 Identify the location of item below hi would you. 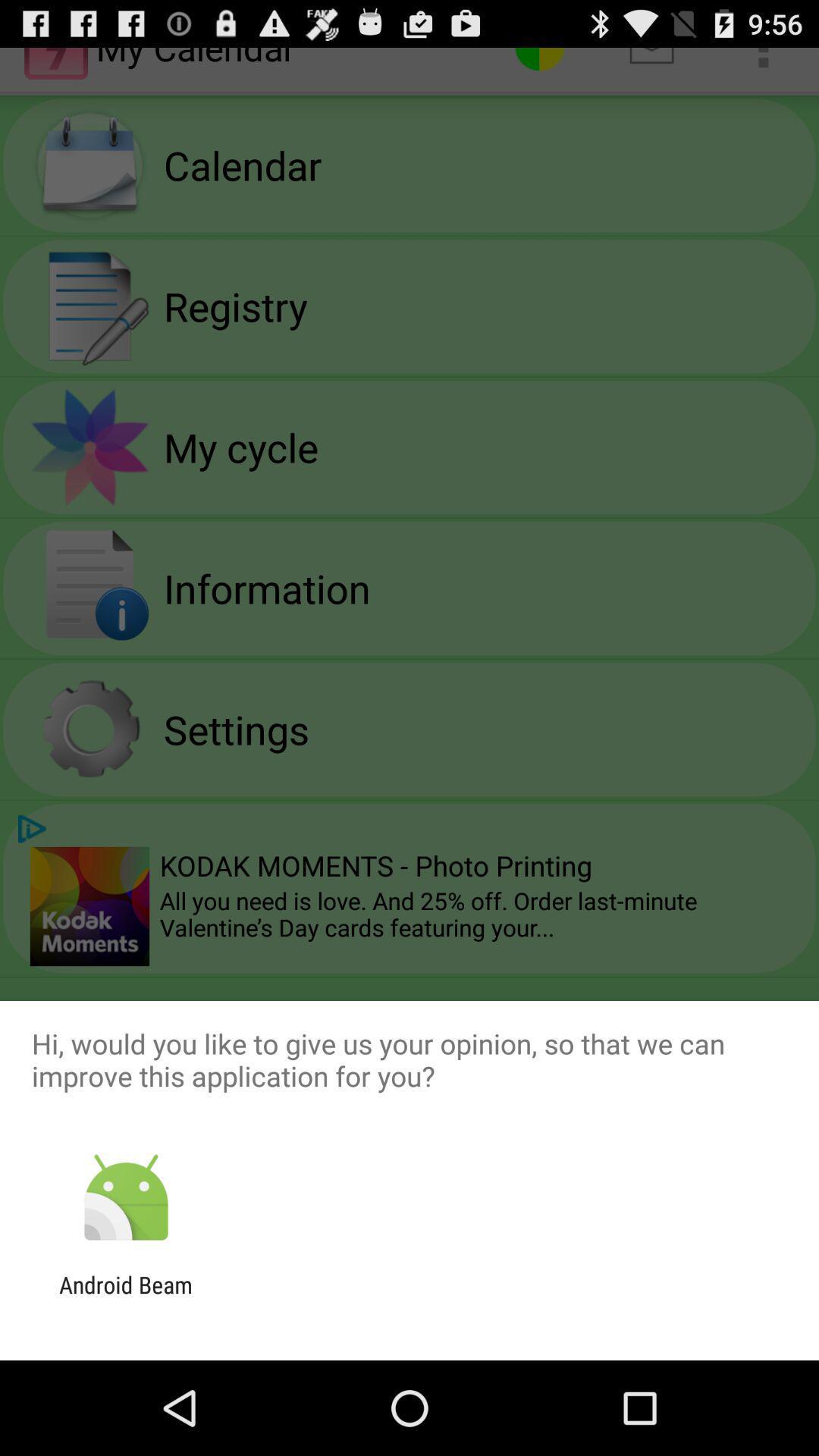
(125, 1197).